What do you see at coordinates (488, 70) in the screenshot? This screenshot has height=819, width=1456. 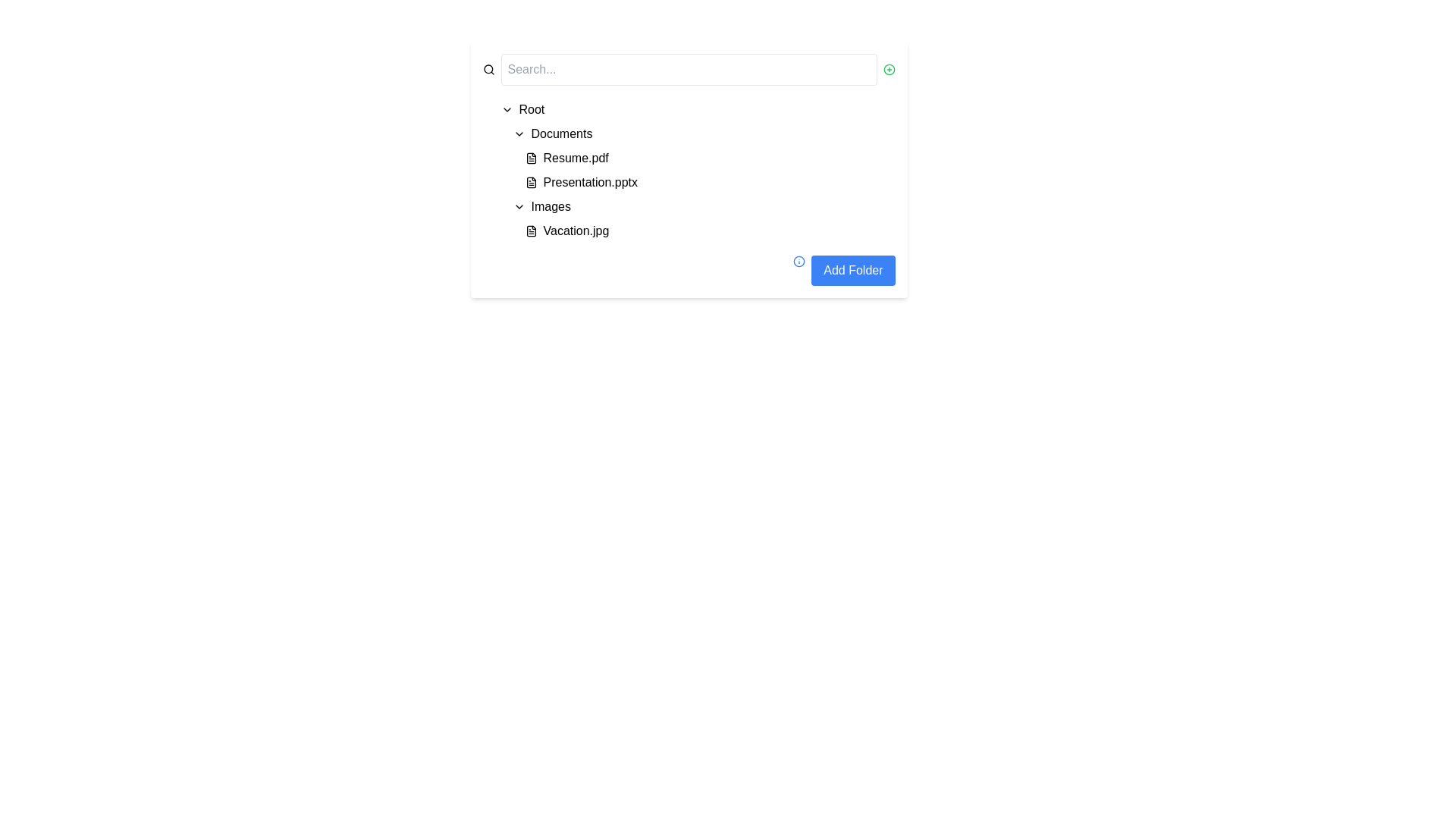 I see `the magnifying glass icon, which is located at the leftmost end of a horizontal grouping that includes a search input field and an add folder button` at bounding box center [488, 70].